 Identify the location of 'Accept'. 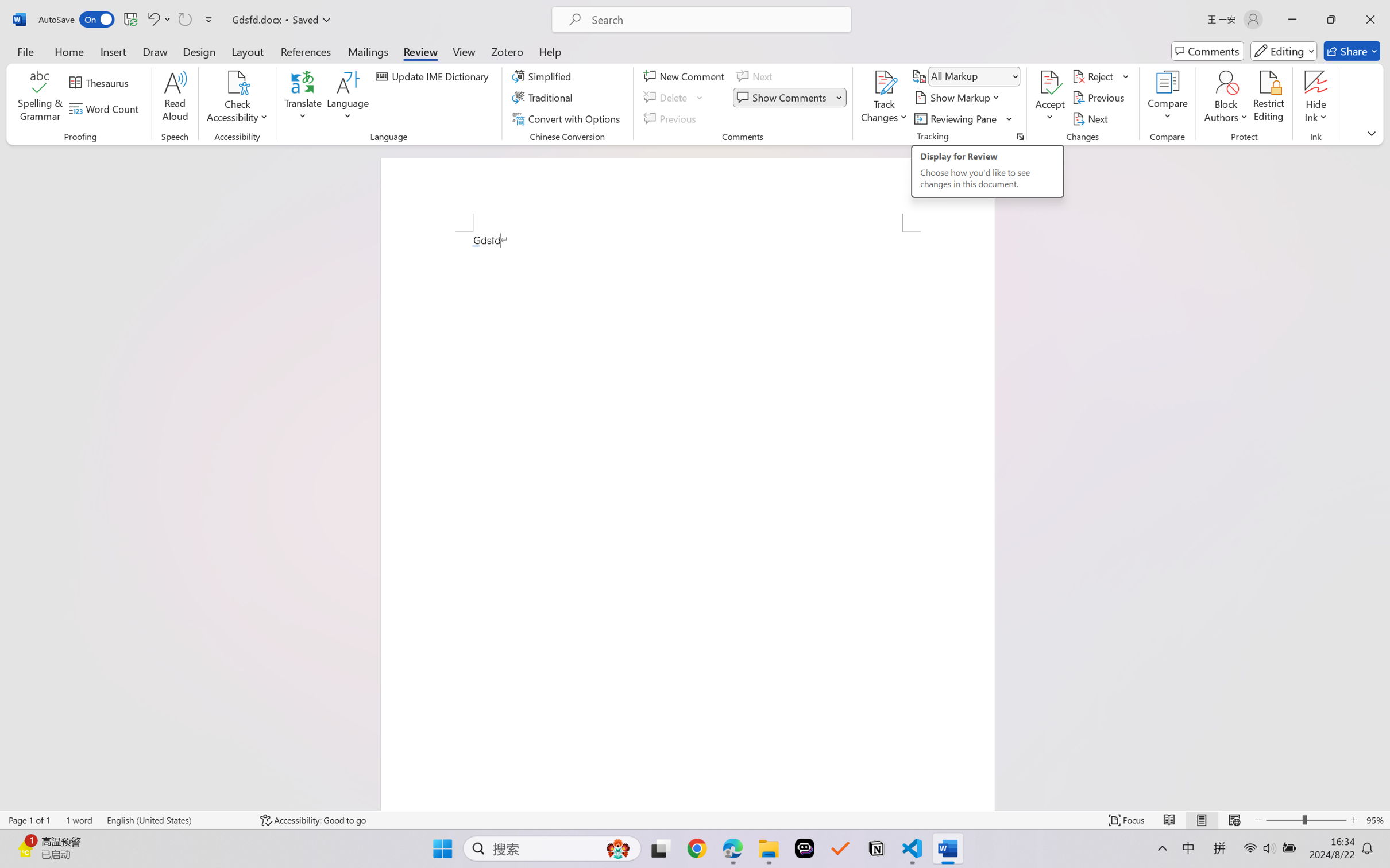
(1049, 98).